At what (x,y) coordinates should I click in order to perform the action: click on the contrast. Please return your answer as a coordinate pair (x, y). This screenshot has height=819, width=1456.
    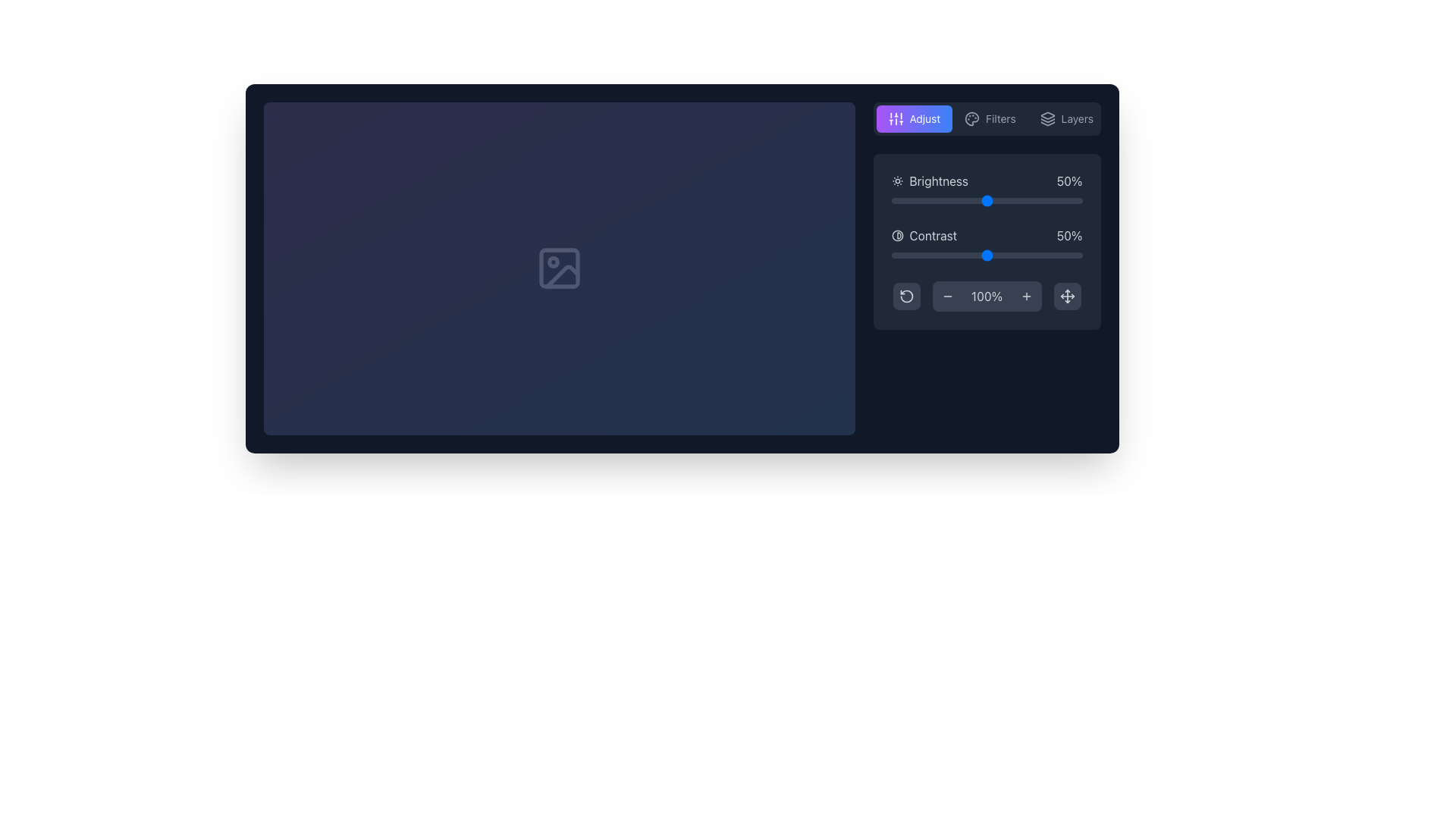
    Looking at the image, I should click on (1051, 254).